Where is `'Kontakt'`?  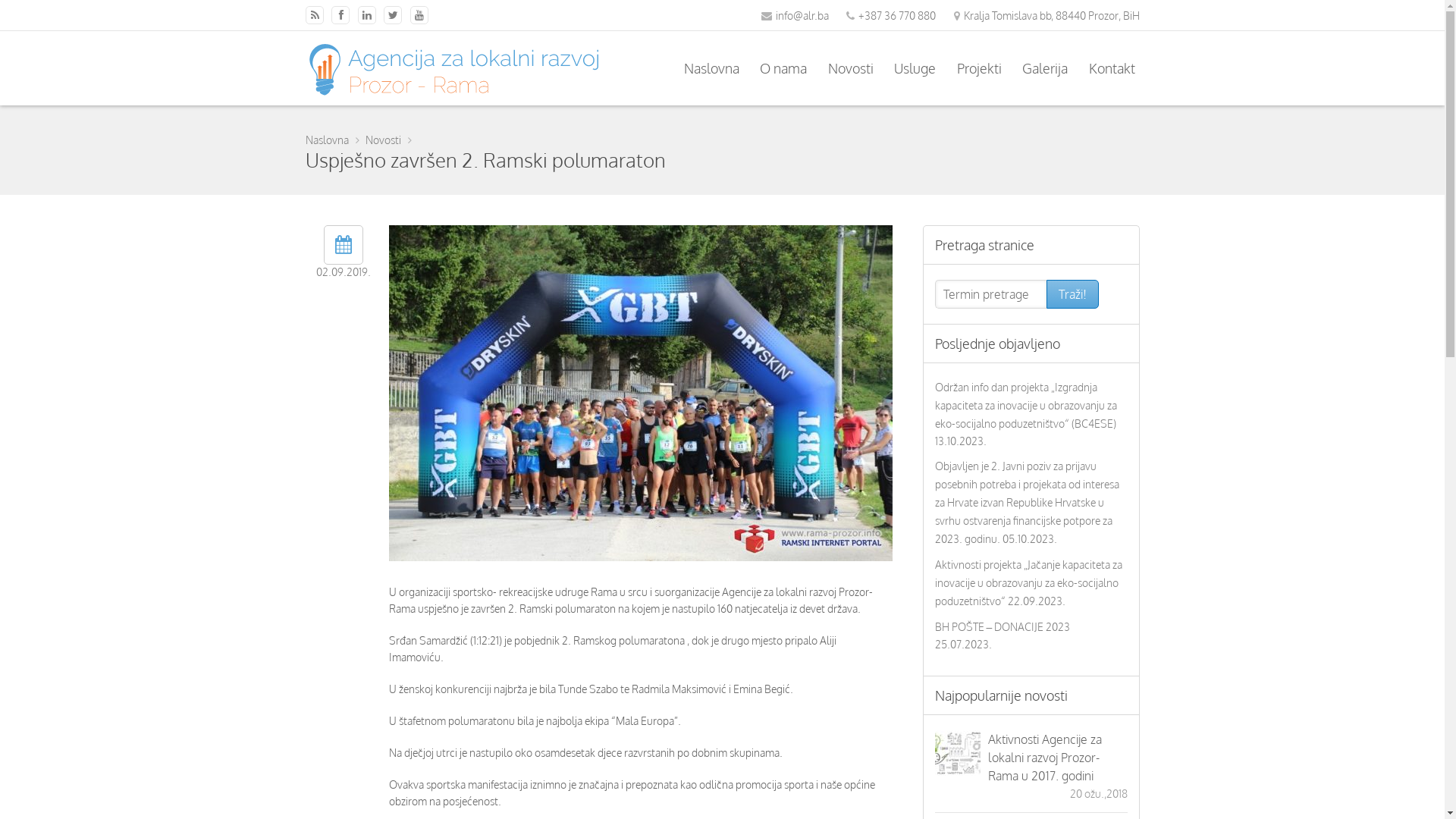 'Kontakt' is located at coordinates (1112, 67).